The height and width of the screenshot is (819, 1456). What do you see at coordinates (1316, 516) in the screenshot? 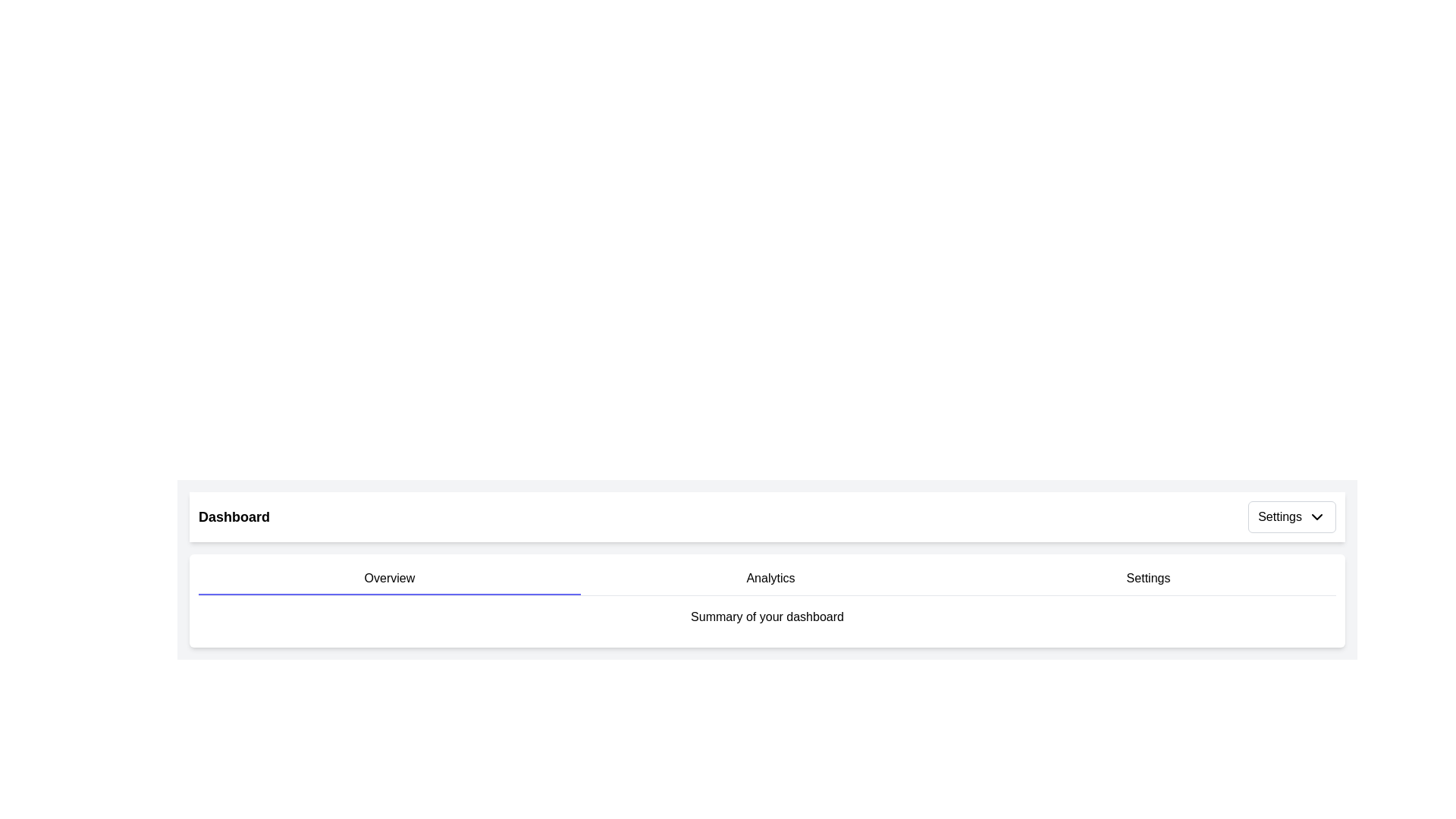
I see `the downward chevron icon next` at bounding box center [1316, 516].